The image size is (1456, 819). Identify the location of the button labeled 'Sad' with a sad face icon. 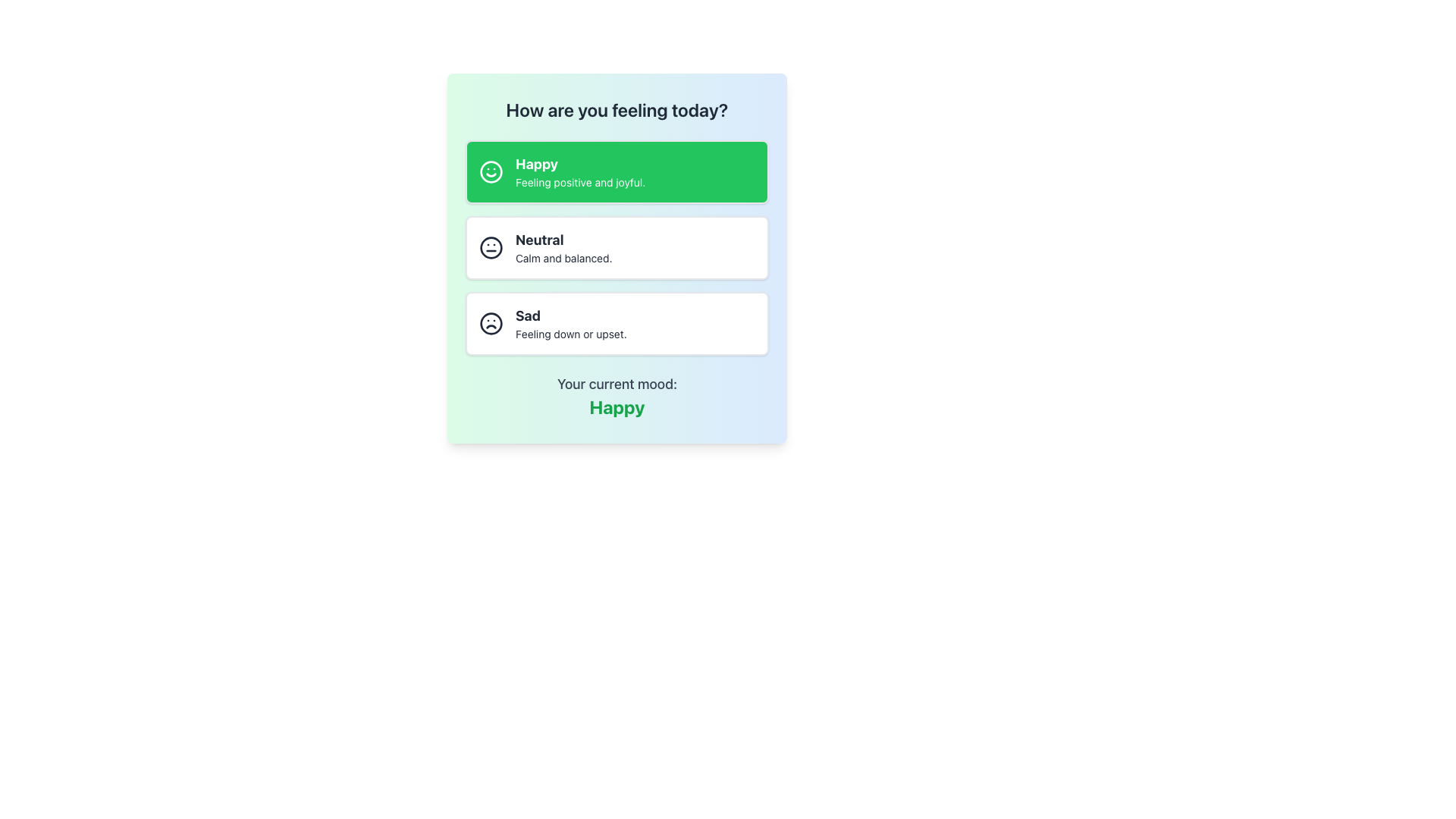
(617, 323).